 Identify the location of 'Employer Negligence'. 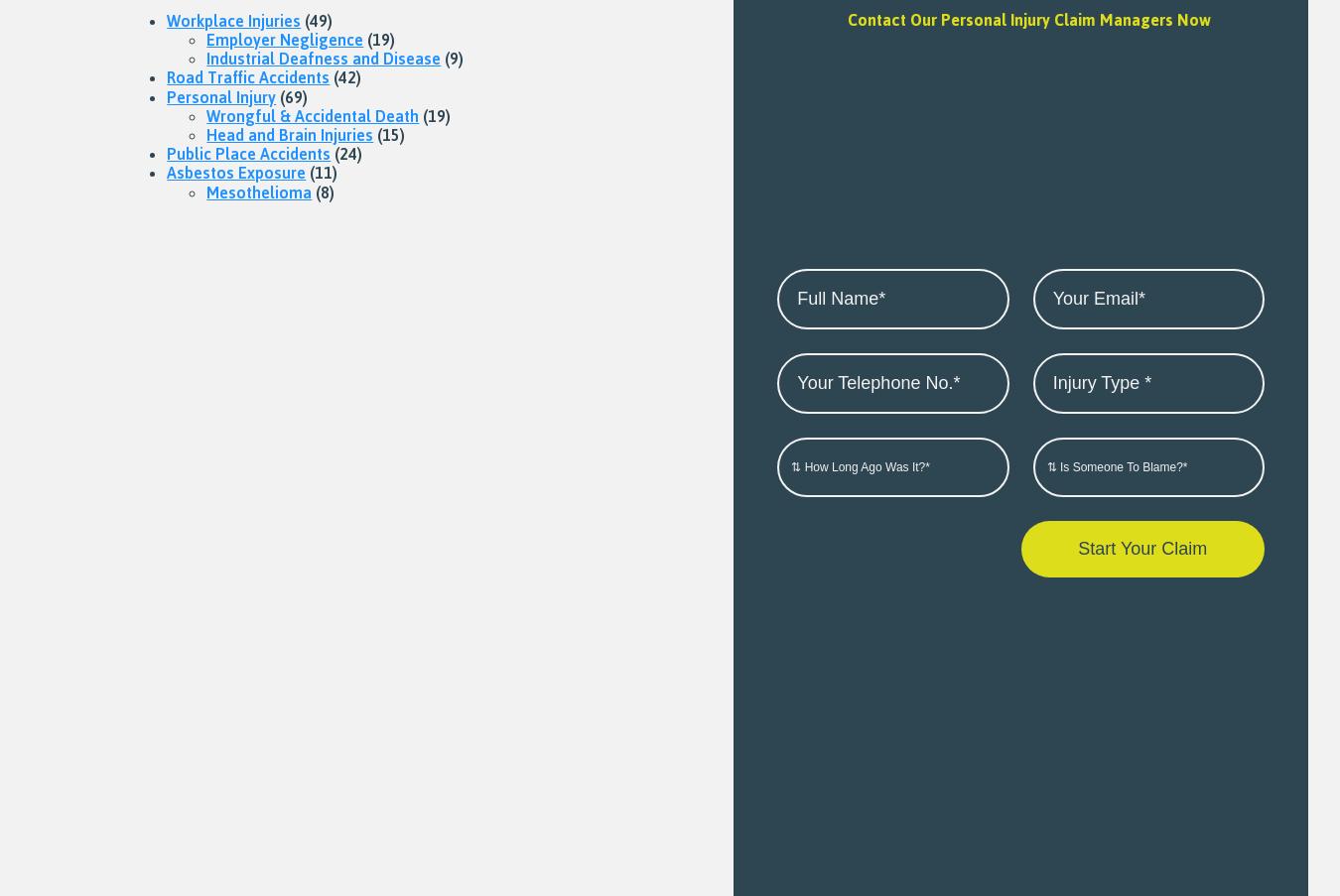
(284, 39).